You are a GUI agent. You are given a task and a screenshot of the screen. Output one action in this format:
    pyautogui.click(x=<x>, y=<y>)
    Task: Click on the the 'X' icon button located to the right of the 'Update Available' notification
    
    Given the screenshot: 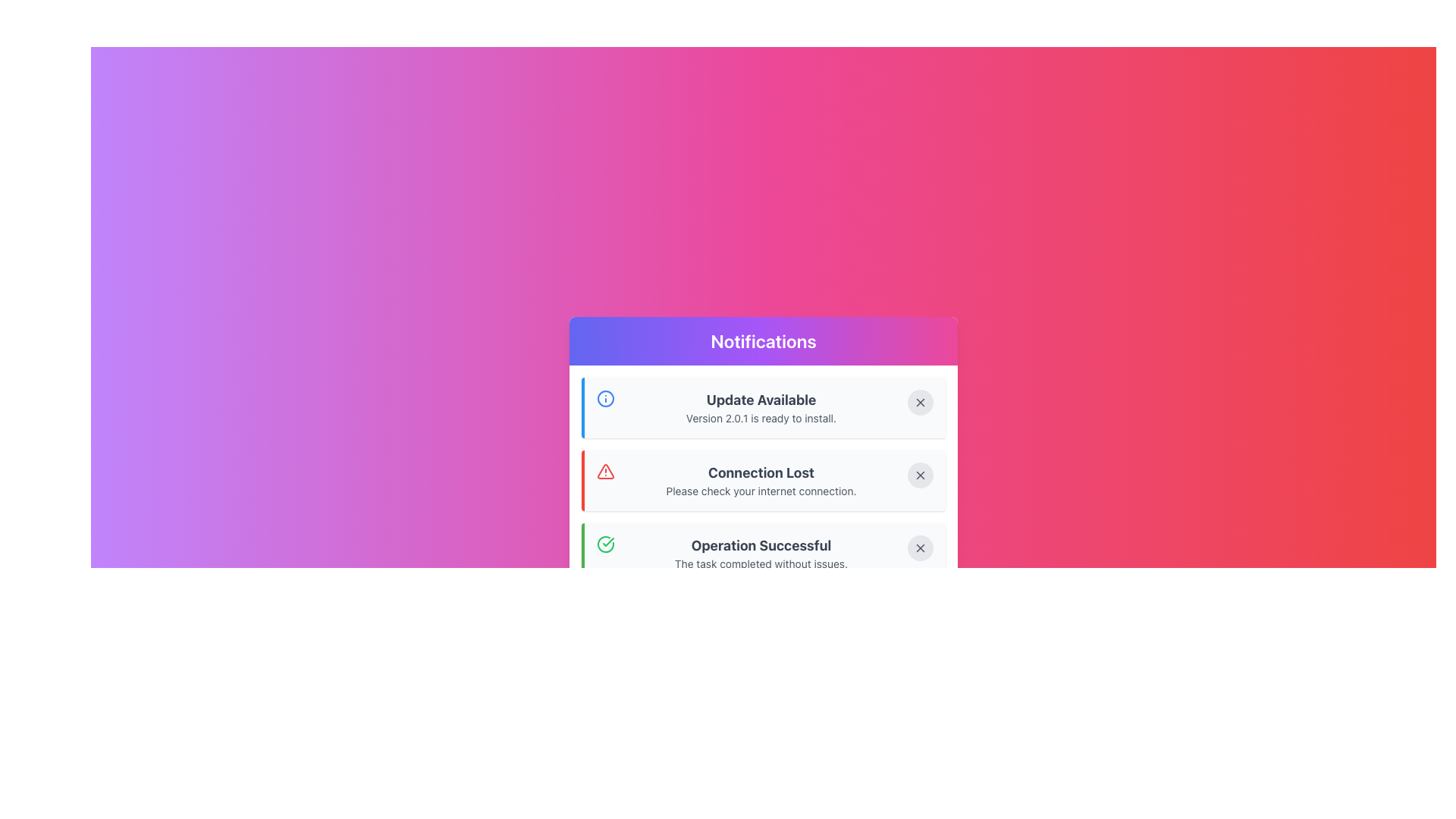 What is the action you would take?
    pyautogui.click(x=920, y=402)
    